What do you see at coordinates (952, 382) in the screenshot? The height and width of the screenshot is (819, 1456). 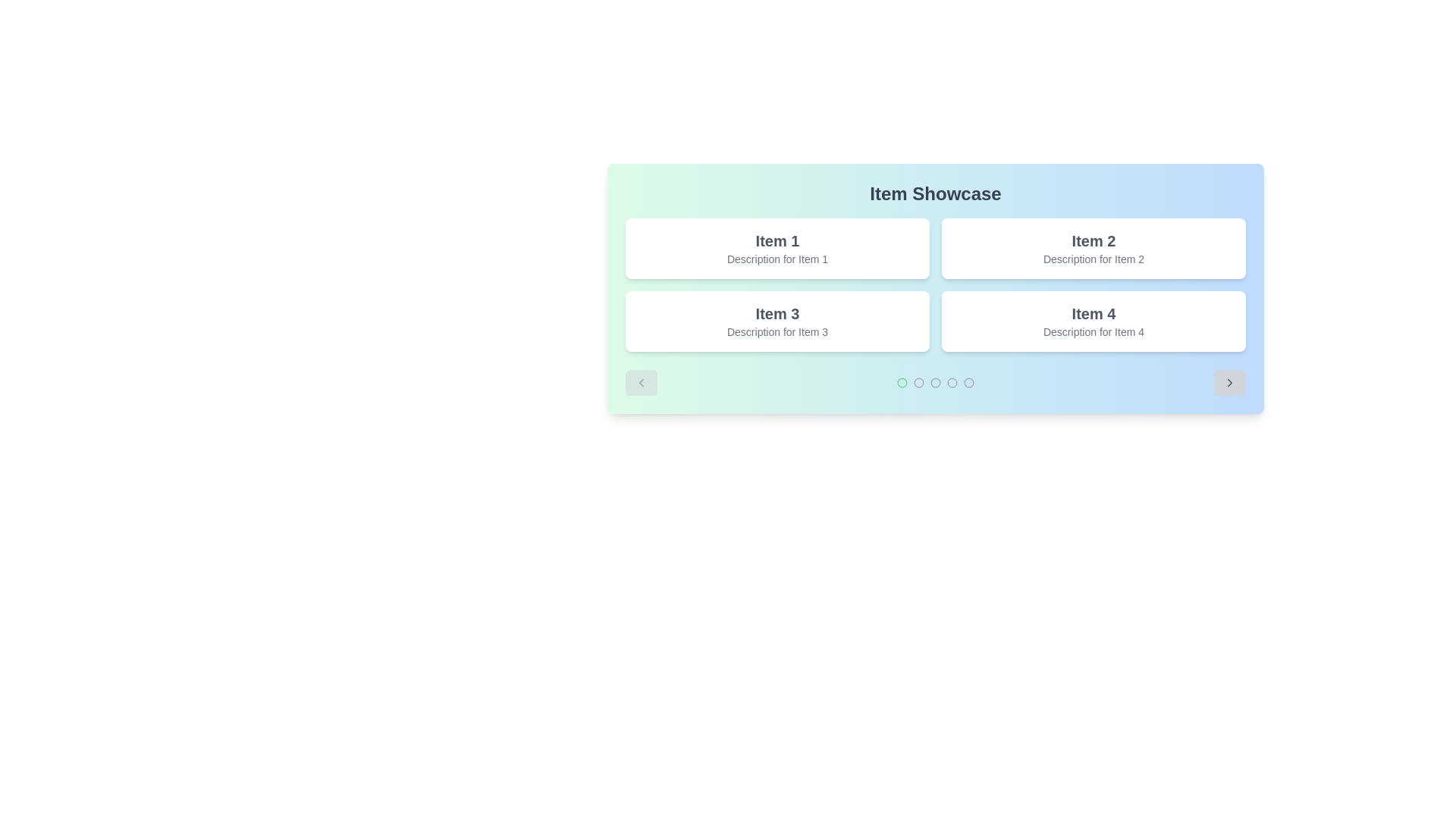 I see `the seventh circular interactive indicator` at bounding box center [952, 382].